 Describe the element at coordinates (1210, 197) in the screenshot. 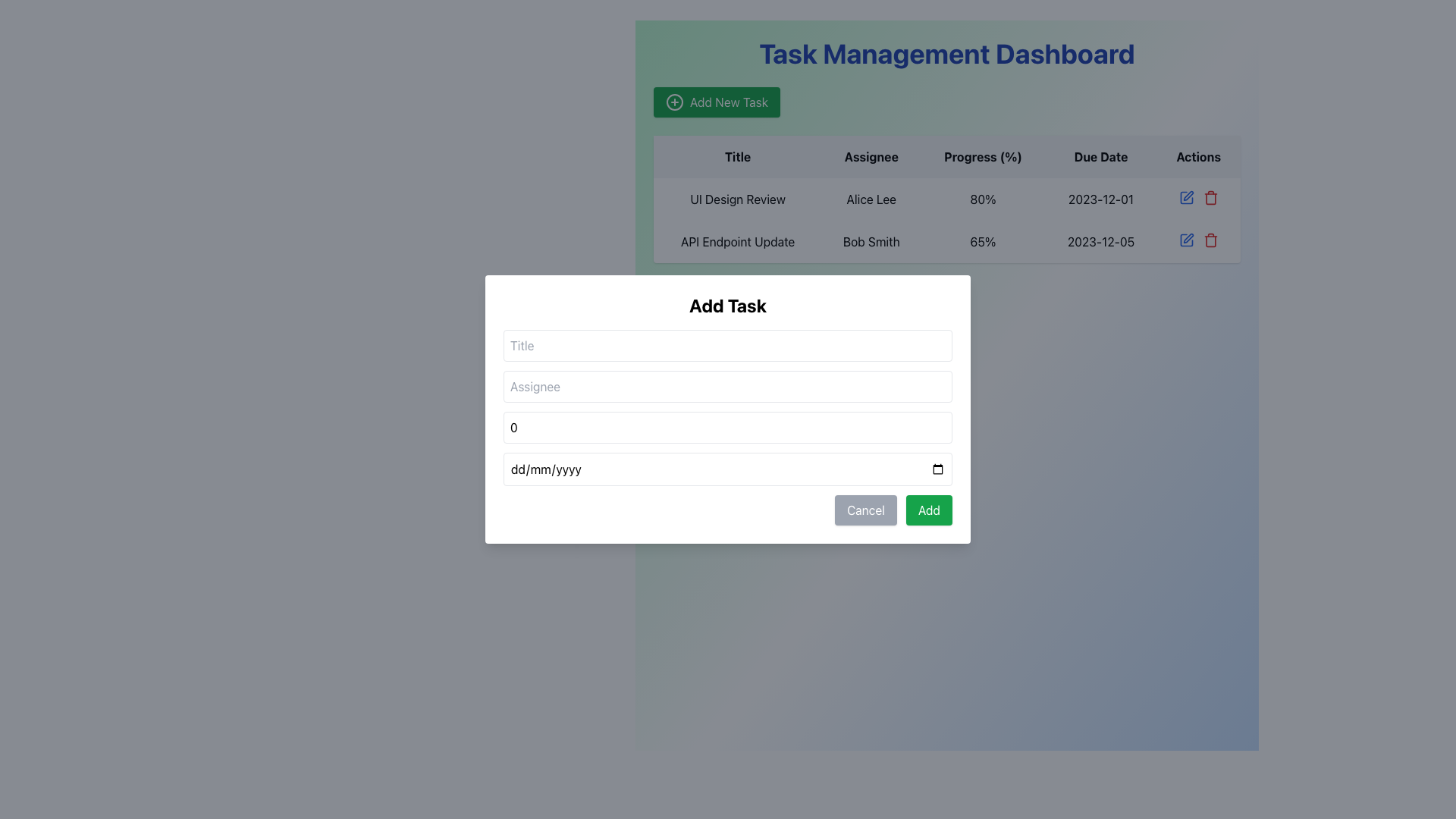

I see `the red 'trash can' icon in the 'Actions' column of the task list` at that location.